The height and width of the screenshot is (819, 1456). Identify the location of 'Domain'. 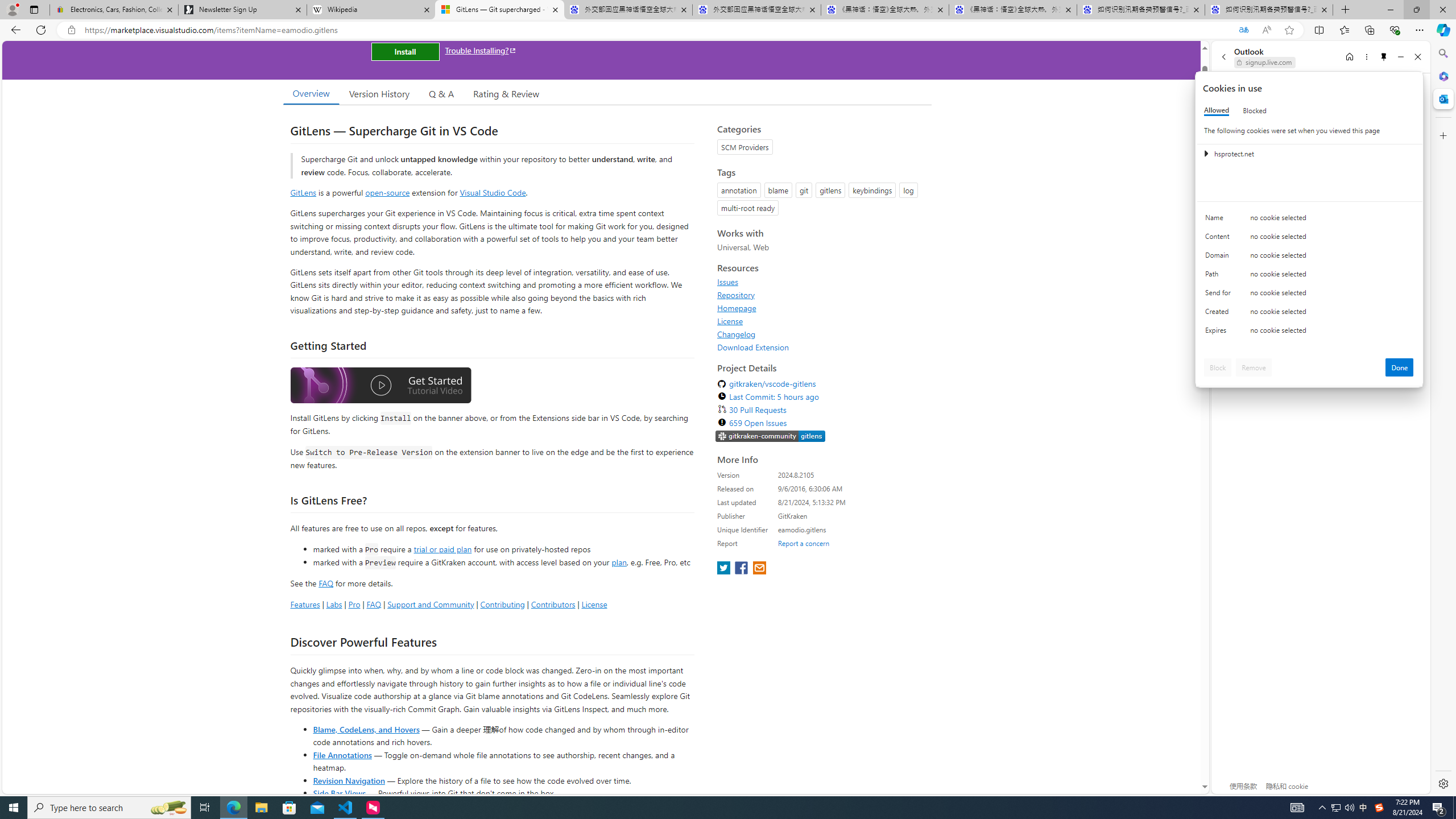
(1219, 257).